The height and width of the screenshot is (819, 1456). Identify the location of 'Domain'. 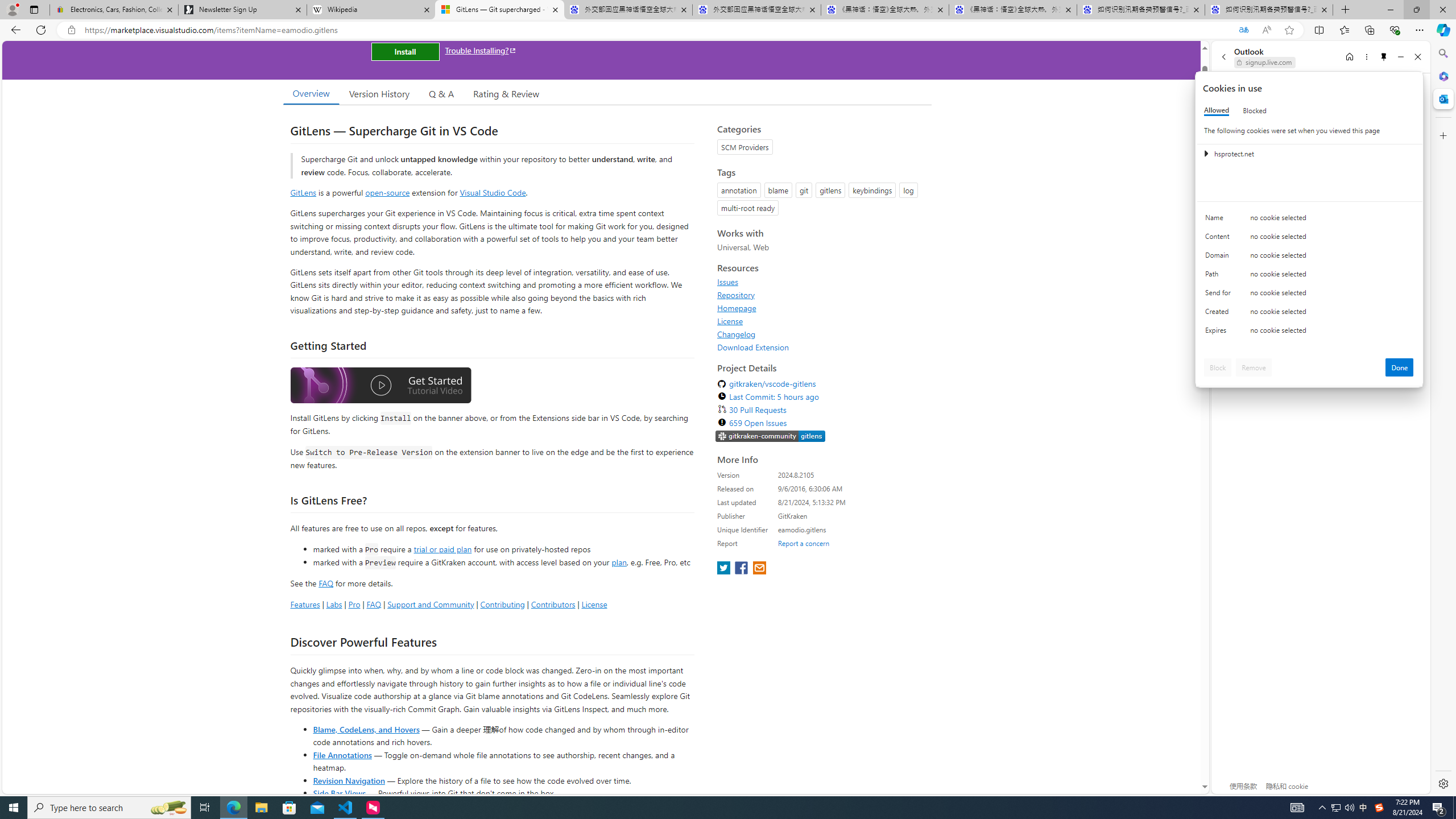
(1219, 257).